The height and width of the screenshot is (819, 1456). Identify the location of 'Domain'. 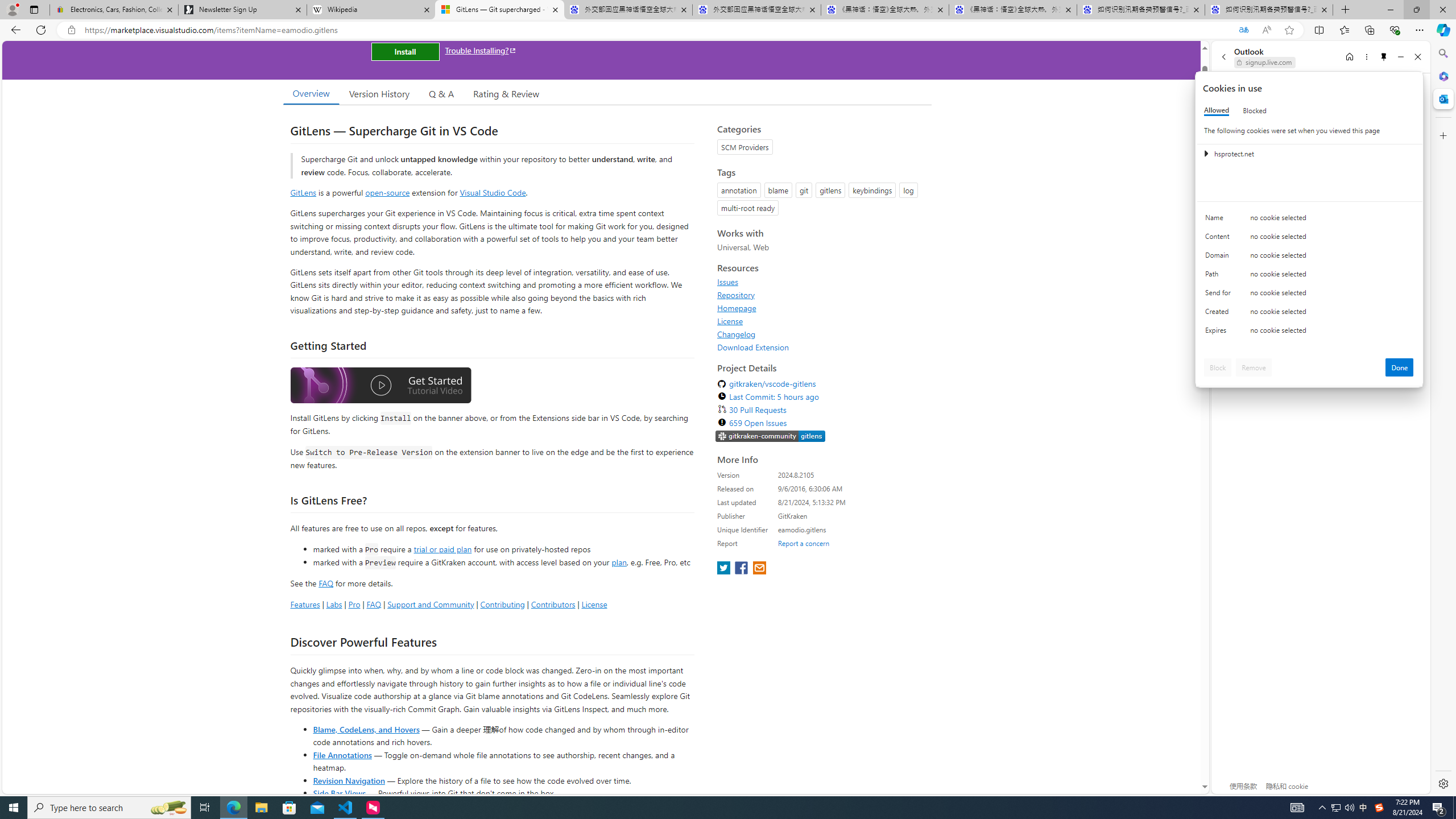
(1219, 257).